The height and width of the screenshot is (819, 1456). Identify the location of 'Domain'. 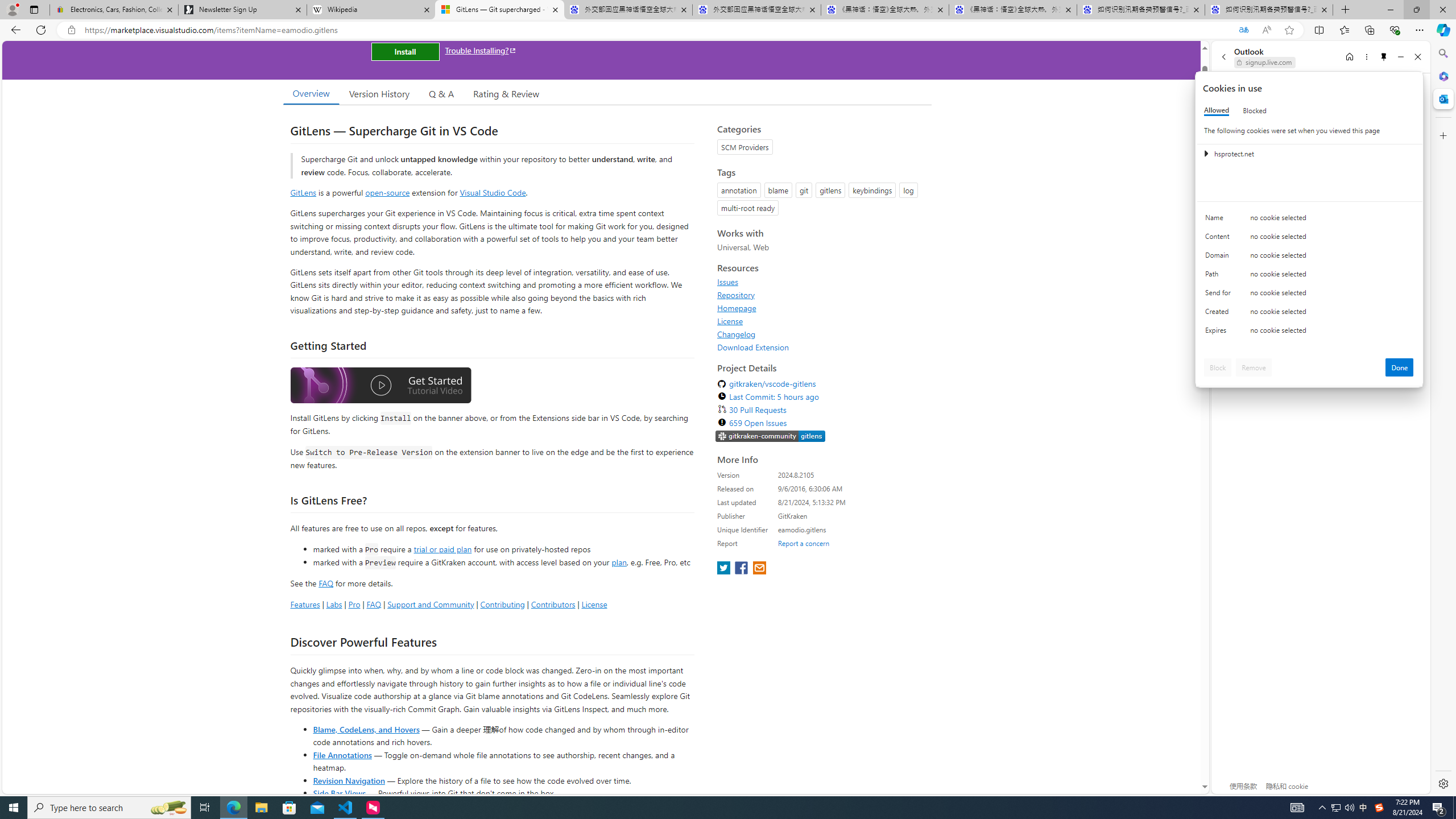
(1219, 257).